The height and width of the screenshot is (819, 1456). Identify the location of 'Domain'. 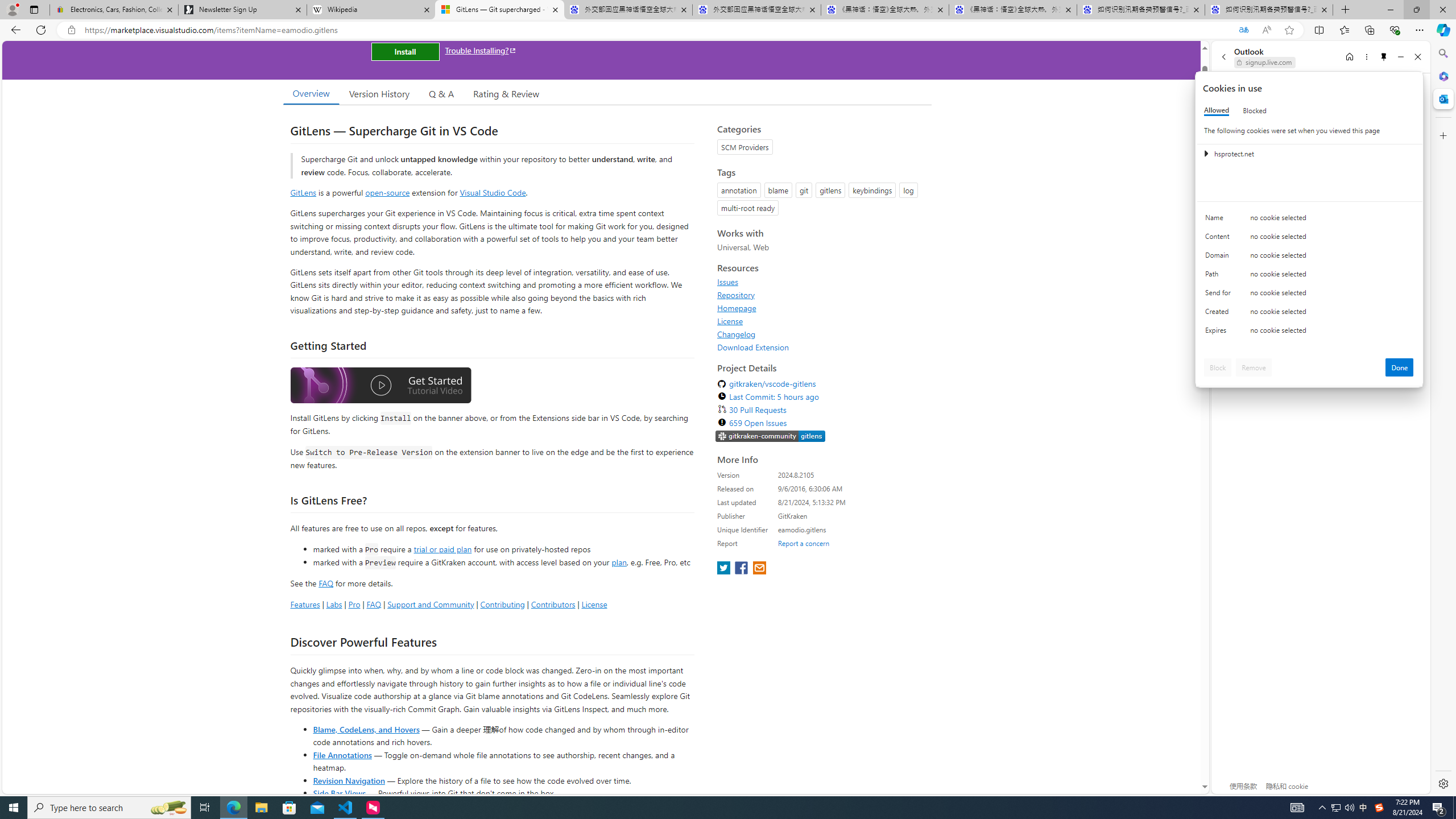
(1219, 257).